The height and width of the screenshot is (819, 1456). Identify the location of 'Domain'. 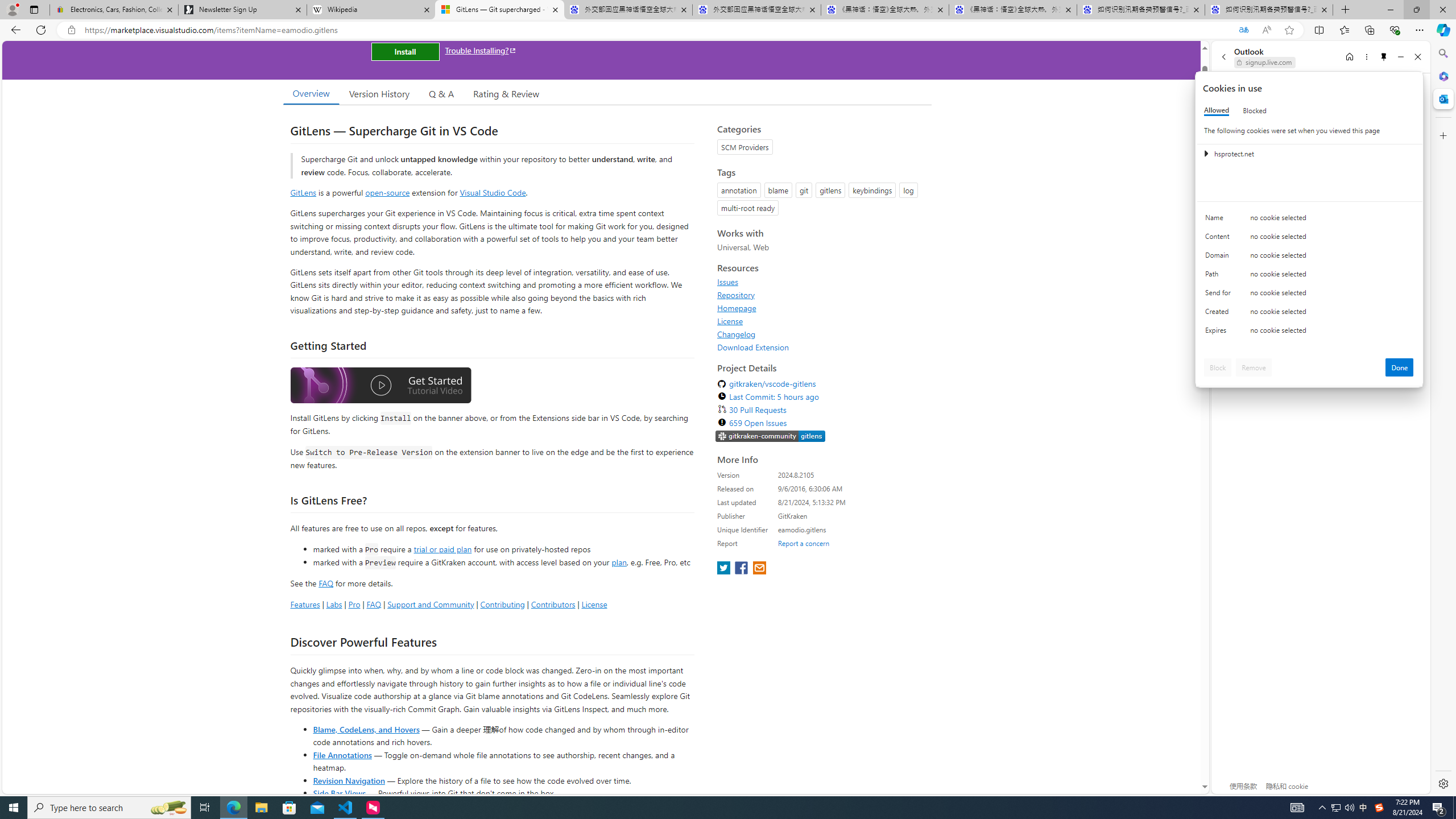
(1219, 257).